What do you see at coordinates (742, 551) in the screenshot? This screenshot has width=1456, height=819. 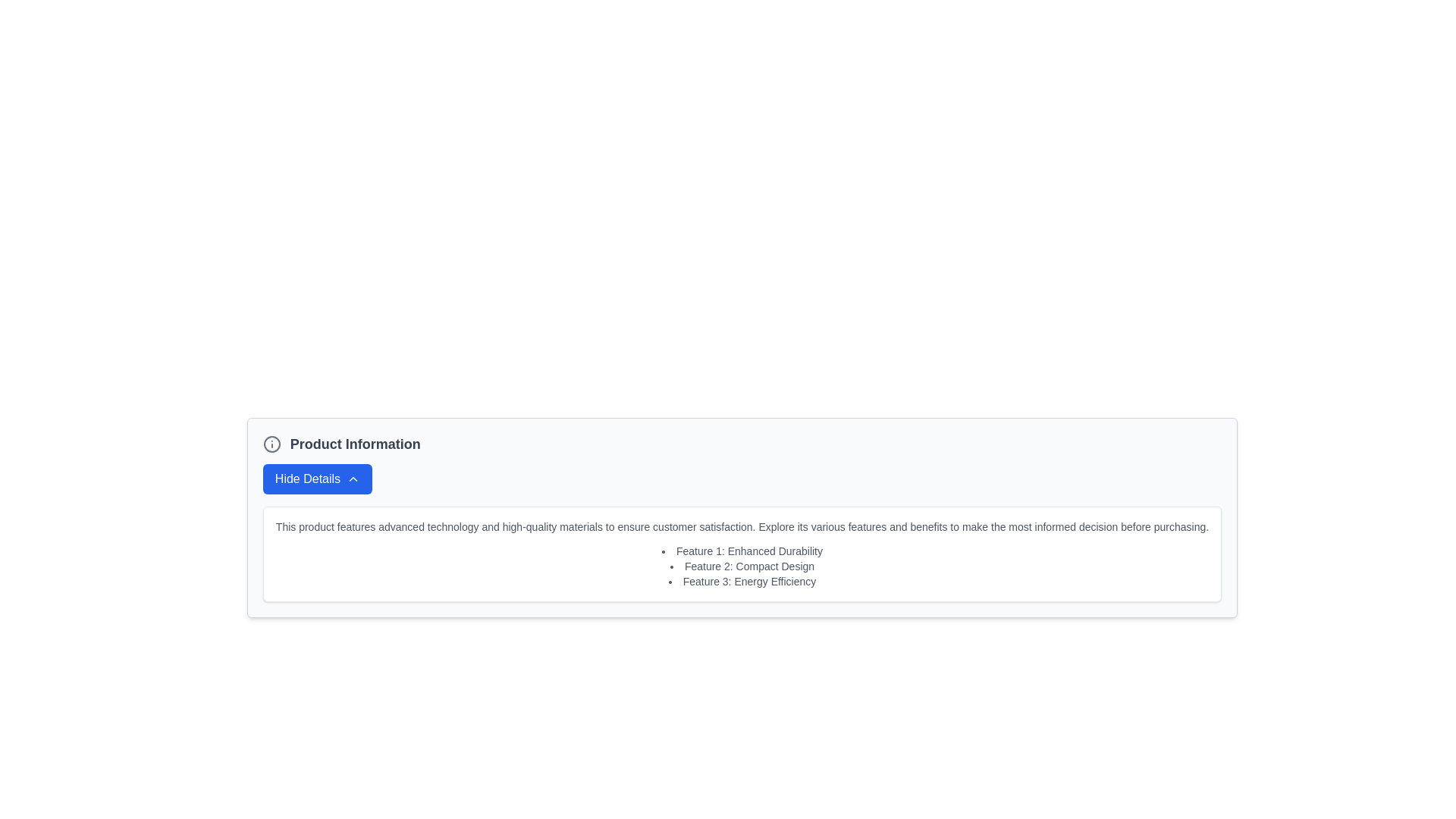 I see `the first text item in the bulleted list, which states 'Feature 1: Enhanced Durability'` at bounding box center [742, 551].